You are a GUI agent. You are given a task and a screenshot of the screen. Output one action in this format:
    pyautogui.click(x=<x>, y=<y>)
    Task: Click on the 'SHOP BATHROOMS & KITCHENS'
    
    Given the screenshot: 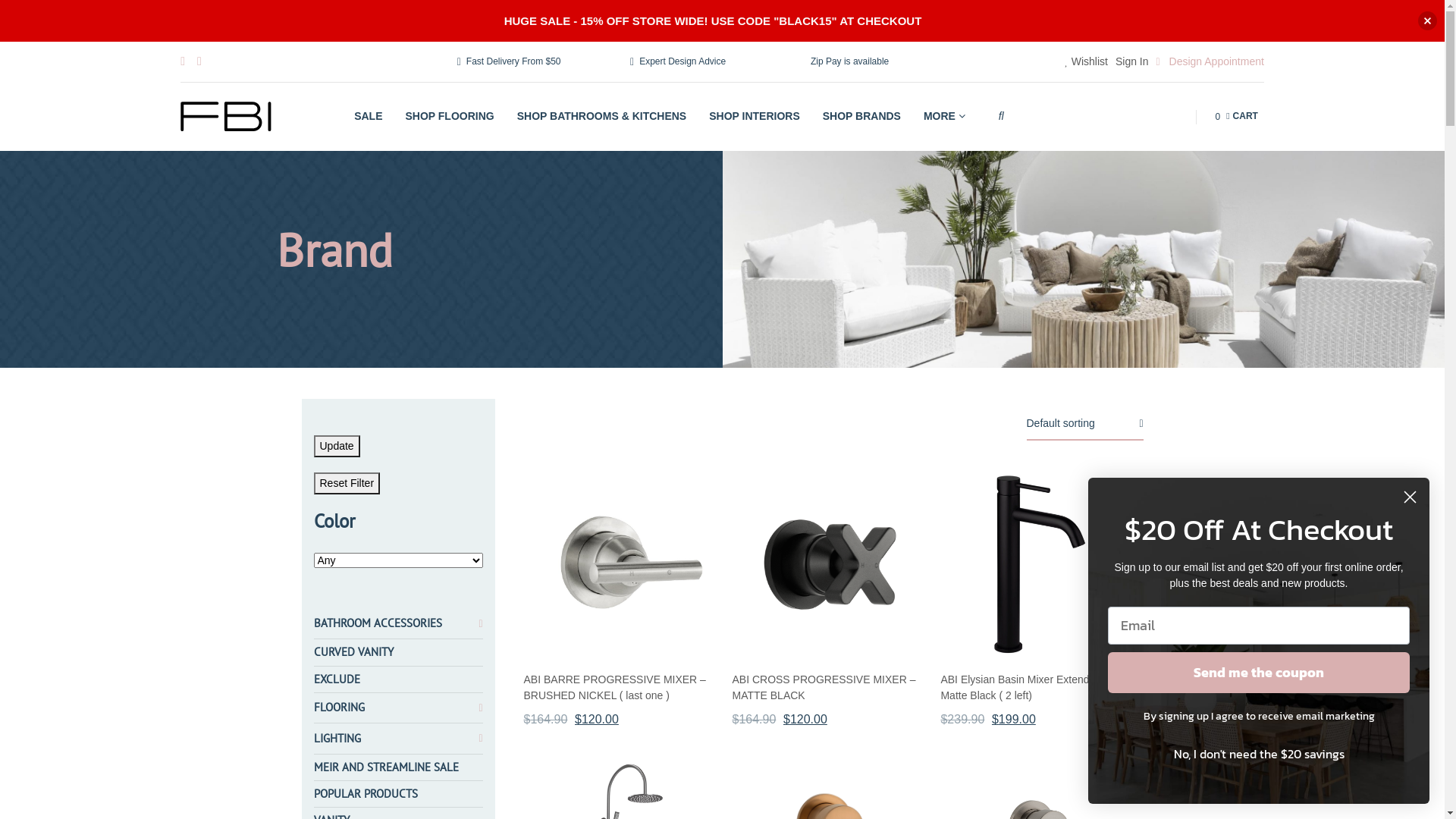 What is the action you would take?
    pyautogui.click(x=510, y=116)
    